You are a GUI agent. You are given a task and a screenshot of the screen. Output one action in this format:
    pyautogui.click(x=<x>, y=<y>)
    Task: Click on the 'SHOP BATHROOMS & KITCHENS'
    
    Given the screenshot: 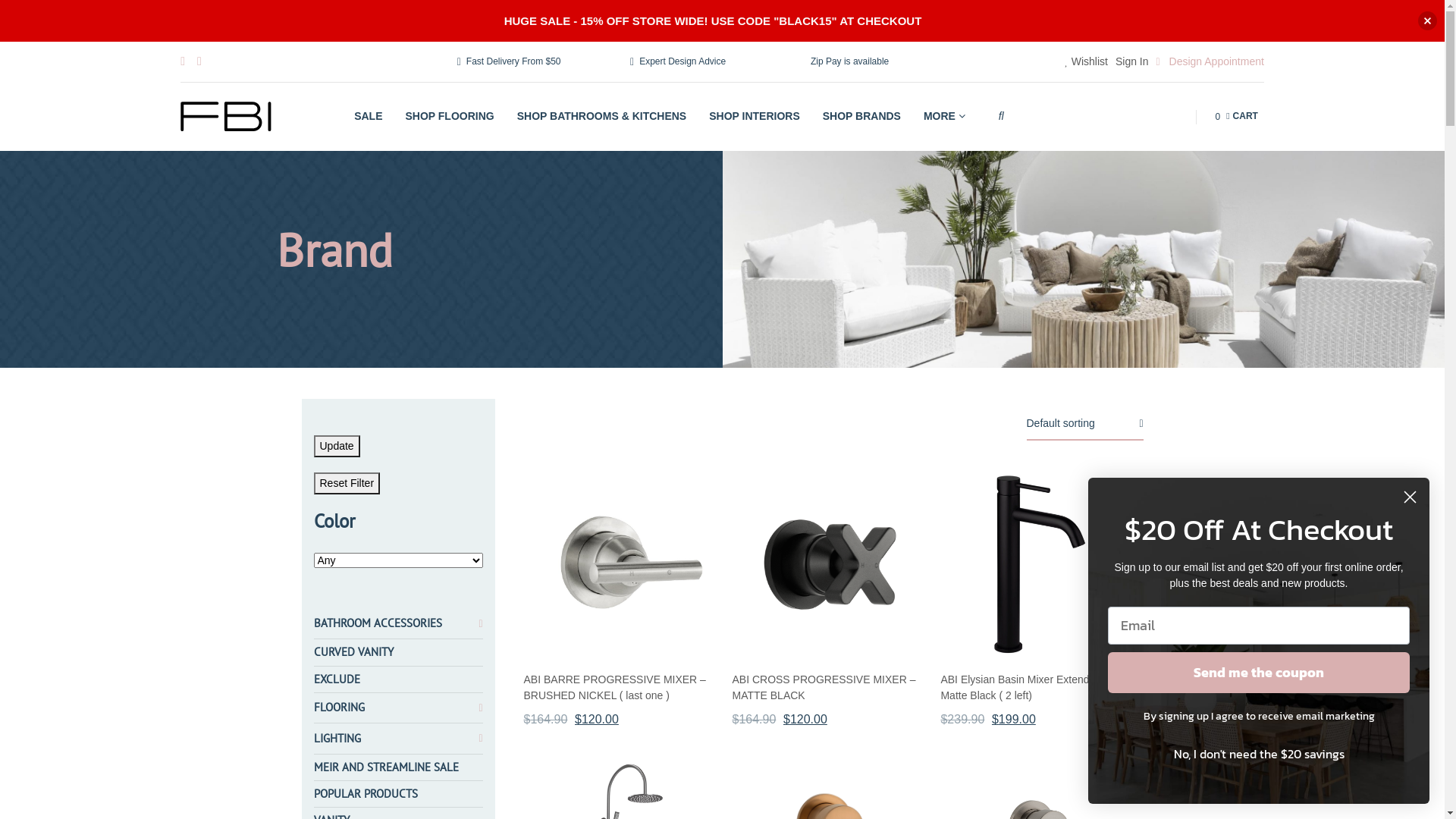 What is the action you would take?
    pyautogui.click(x=510, y=116)
    